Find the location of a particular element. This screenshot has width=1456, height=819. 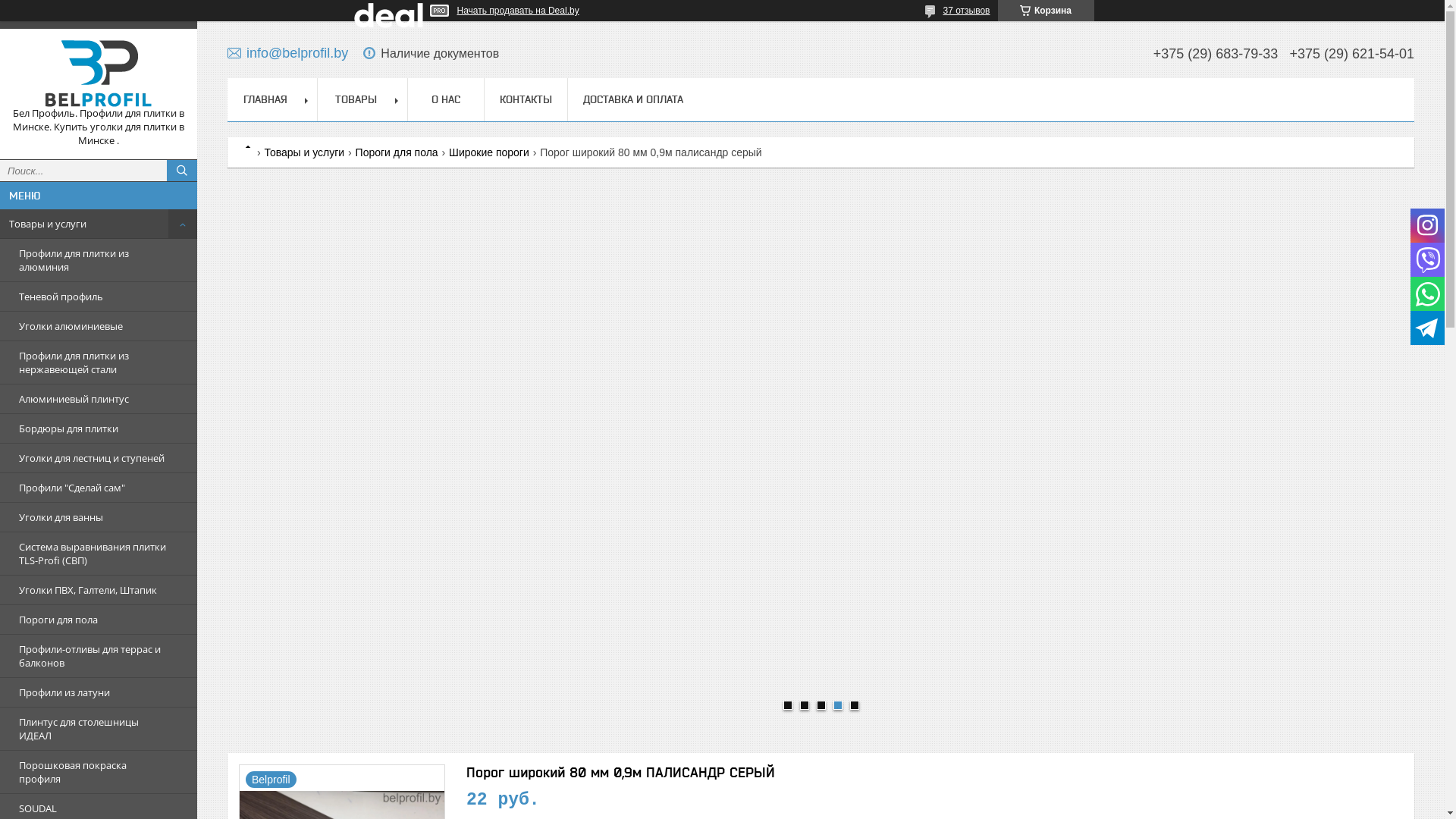

'info@belprofil.by' is located at coordinates (287, 52).